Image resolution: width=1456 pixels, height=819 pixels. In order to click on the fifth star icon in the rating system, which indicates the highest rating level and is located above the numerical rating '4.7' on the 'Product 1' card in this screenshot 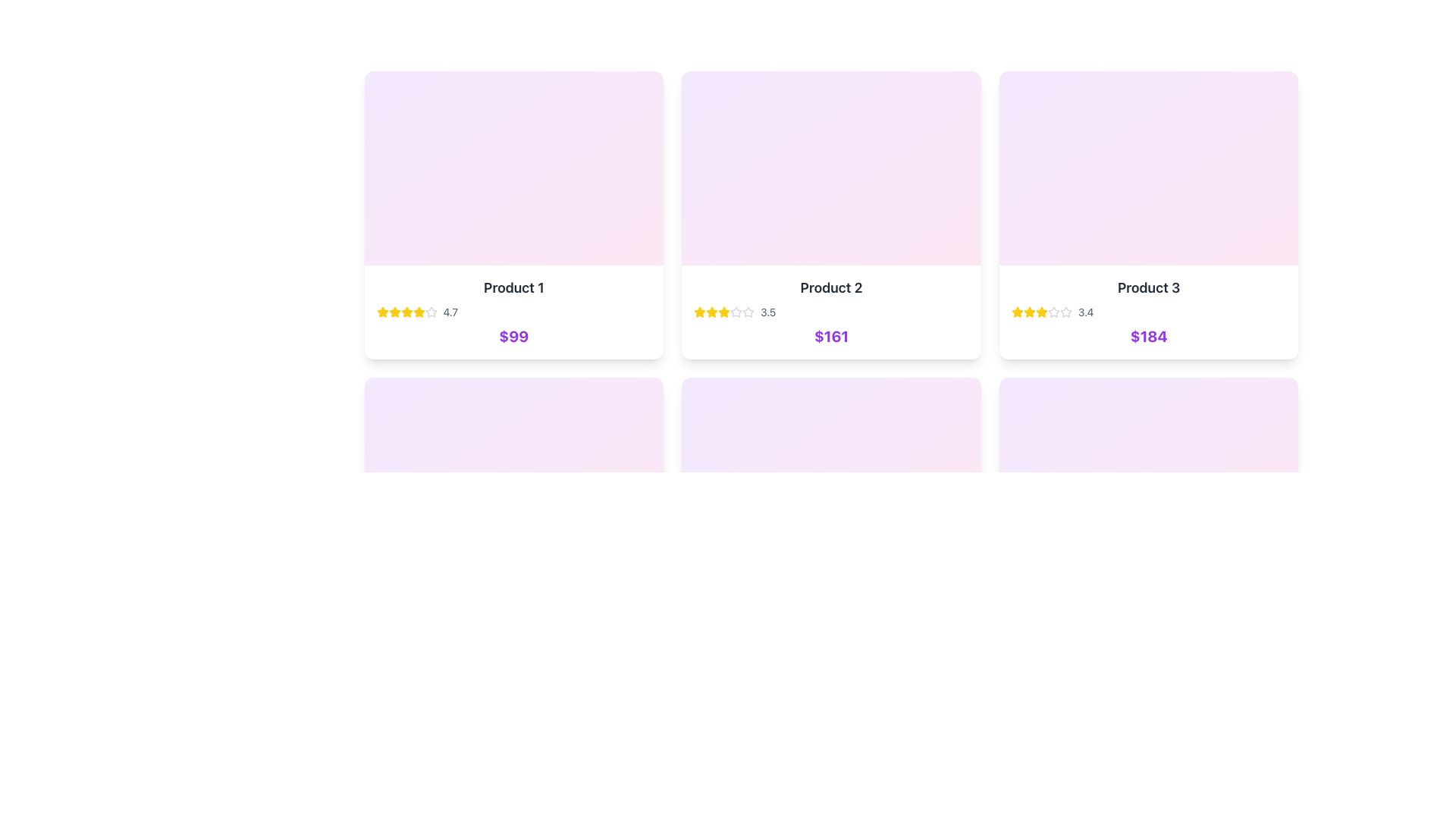, I will do `click(406, 312)`.